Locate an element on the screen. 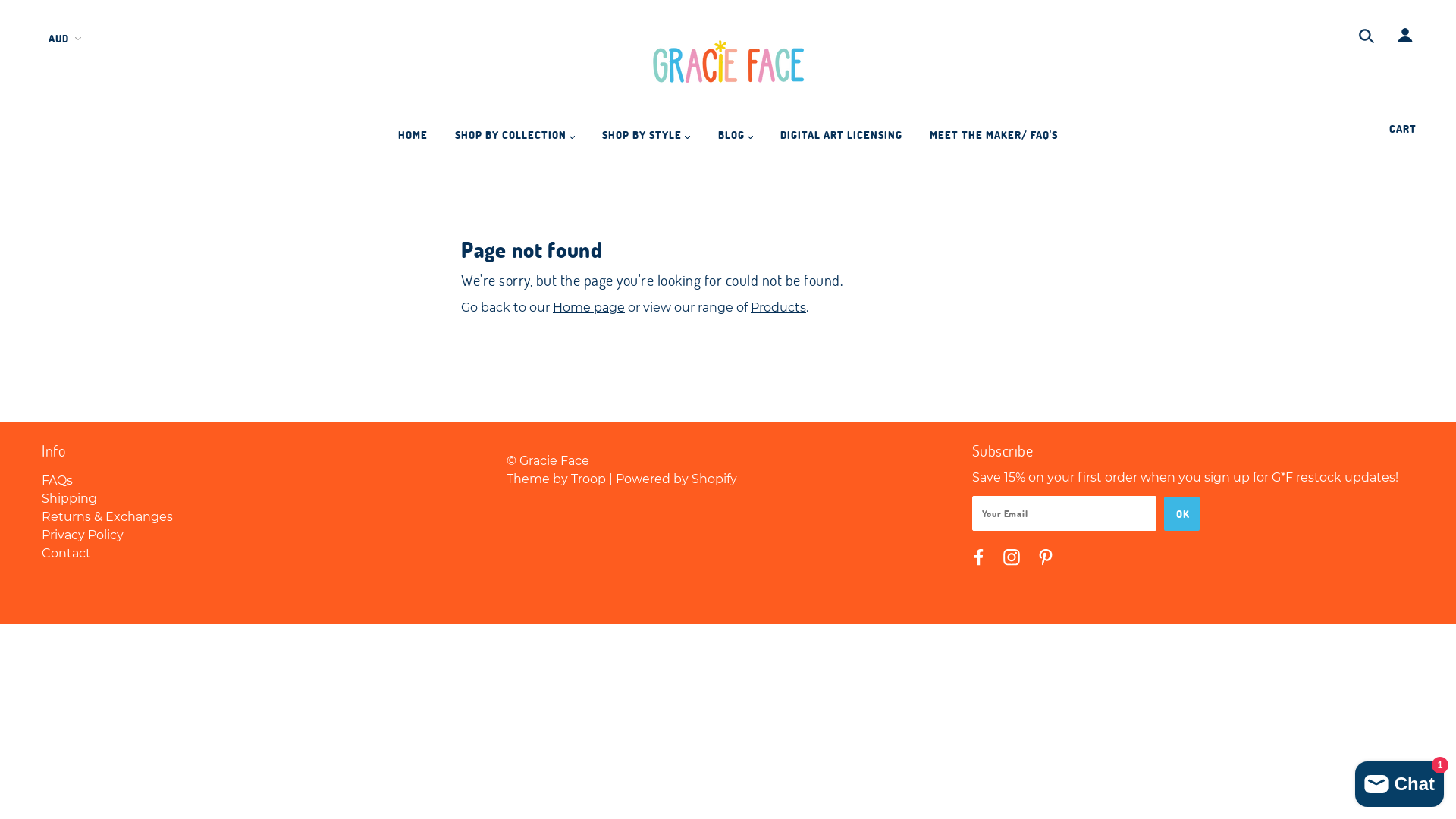 This screenshot has width=1456, height=819. 'Home page' is located at coordinates (552, 307).